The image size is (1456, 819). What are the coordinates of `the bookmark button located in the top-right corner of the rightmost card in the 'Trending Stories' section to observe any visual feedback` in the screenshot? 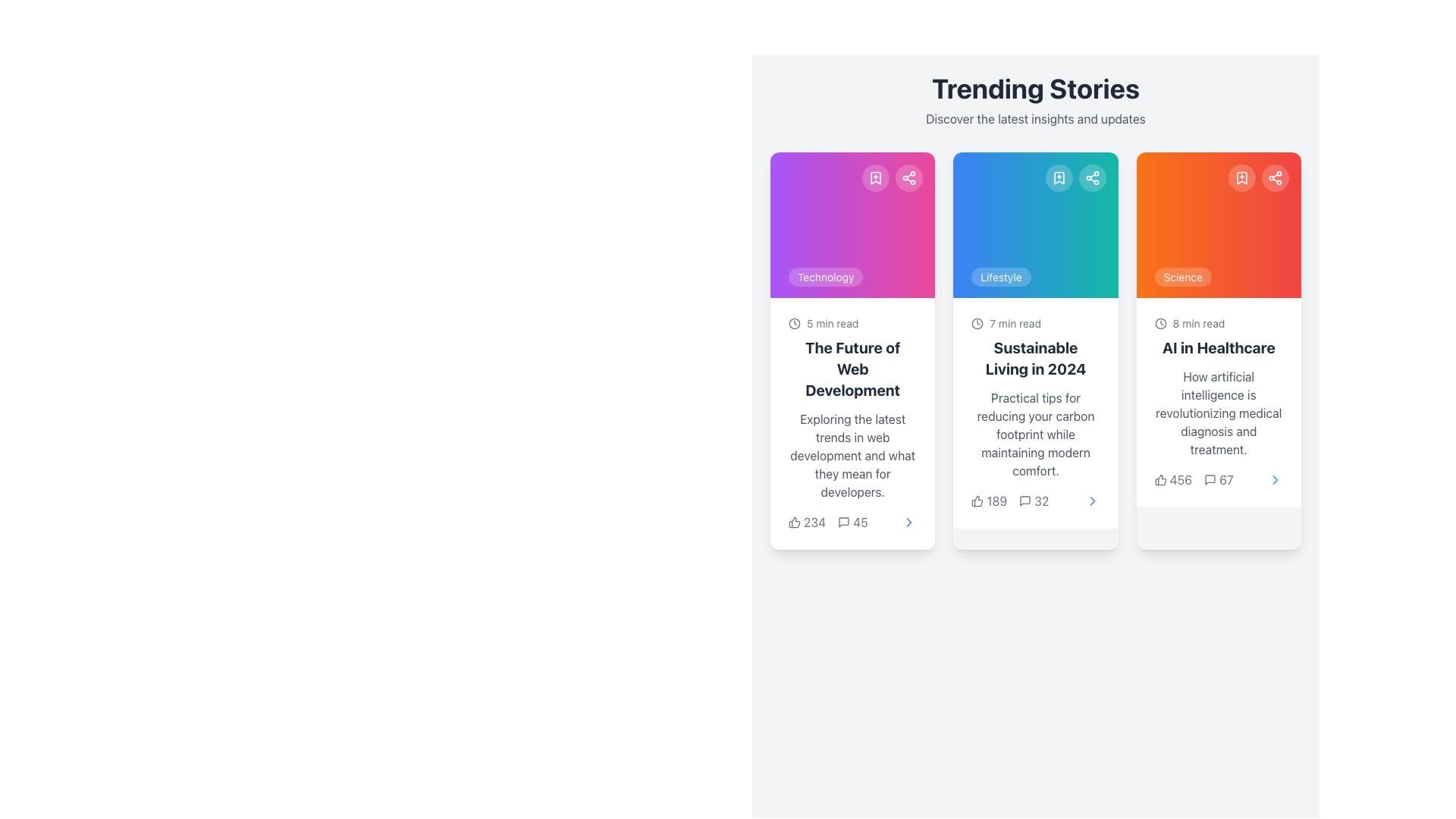 It's located at (1241, 177).